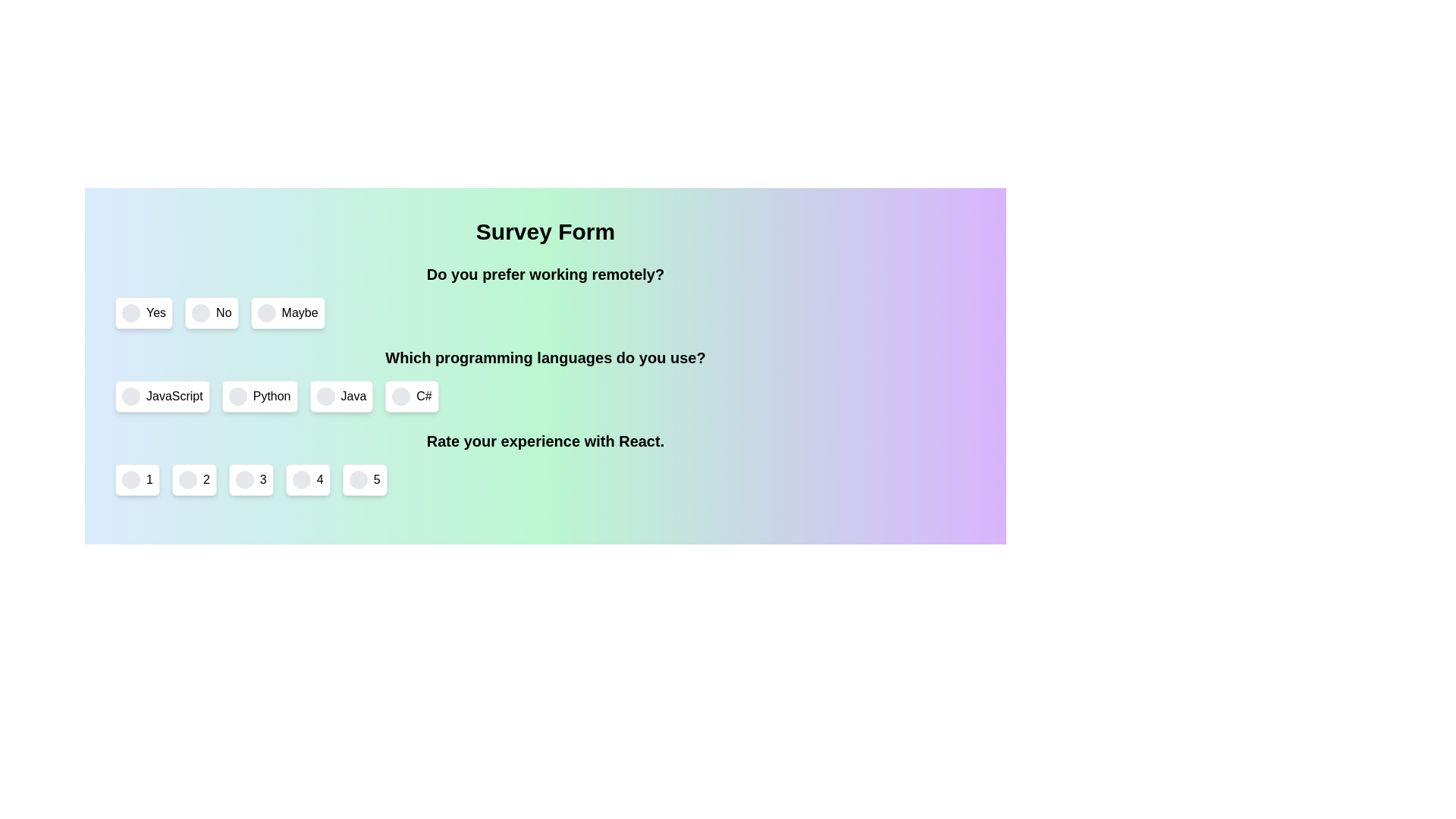 The height and width of the screenshot is (819, 1456). What do you see at coordinates (244, 479) in the screenshot?
I see `the rating button representing a score of 3 in the 'Rate your experience with React.' survey section` at bounding box center [244, 479].